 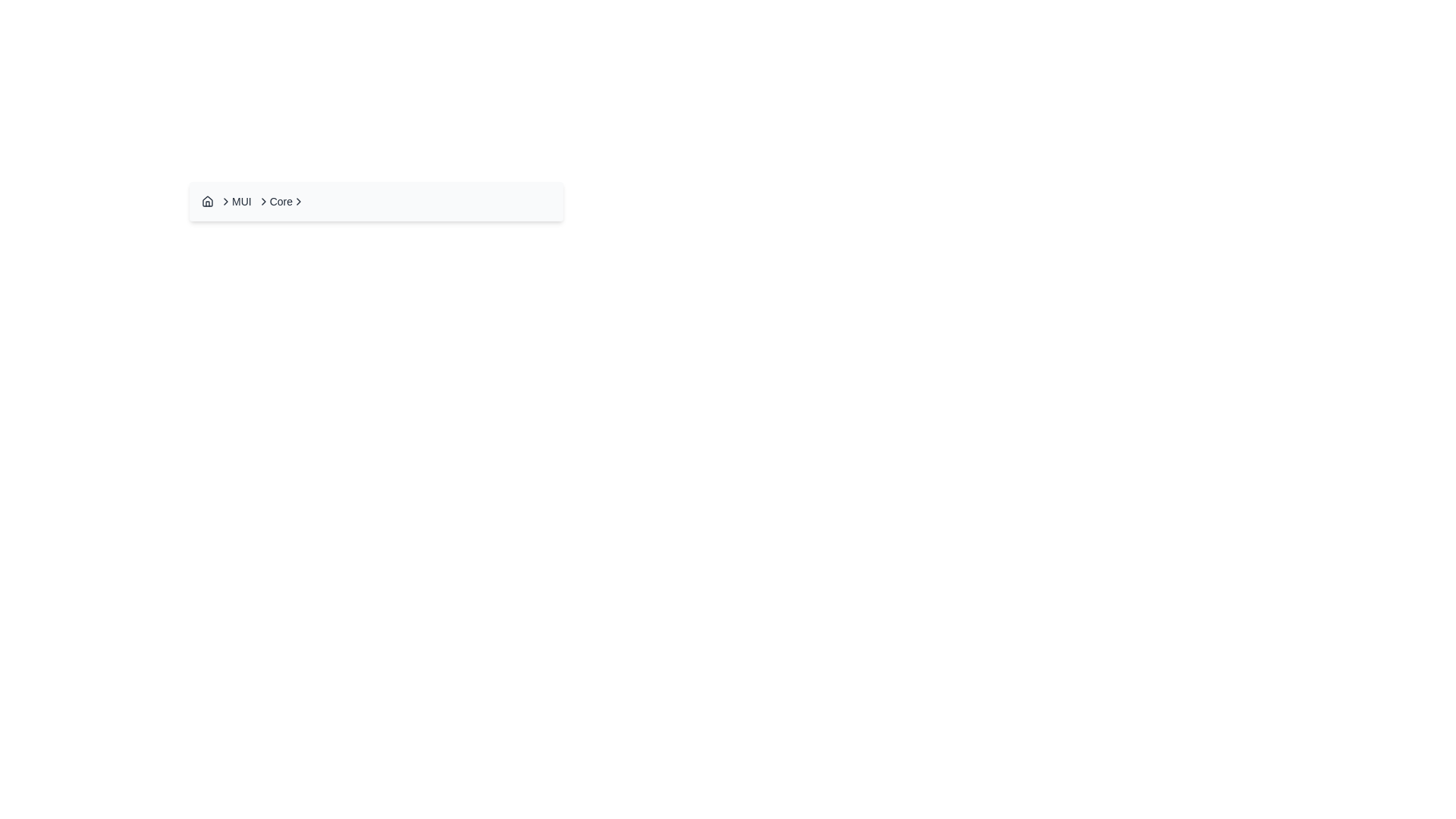 What do you see at coordinates (206, 200) in the screenshot?
I see `the decorative vector graphic representing a house roof, located in the top-left section of the breadcrumb navigation bar` at bounding box center [206, 200].